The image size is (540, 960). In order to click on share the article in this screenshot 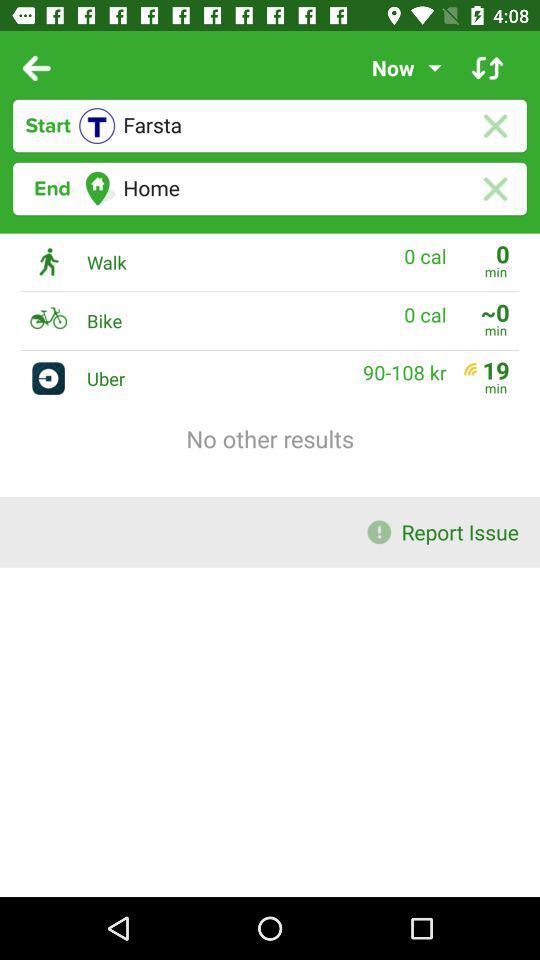, I will do `click(486, 68)`.